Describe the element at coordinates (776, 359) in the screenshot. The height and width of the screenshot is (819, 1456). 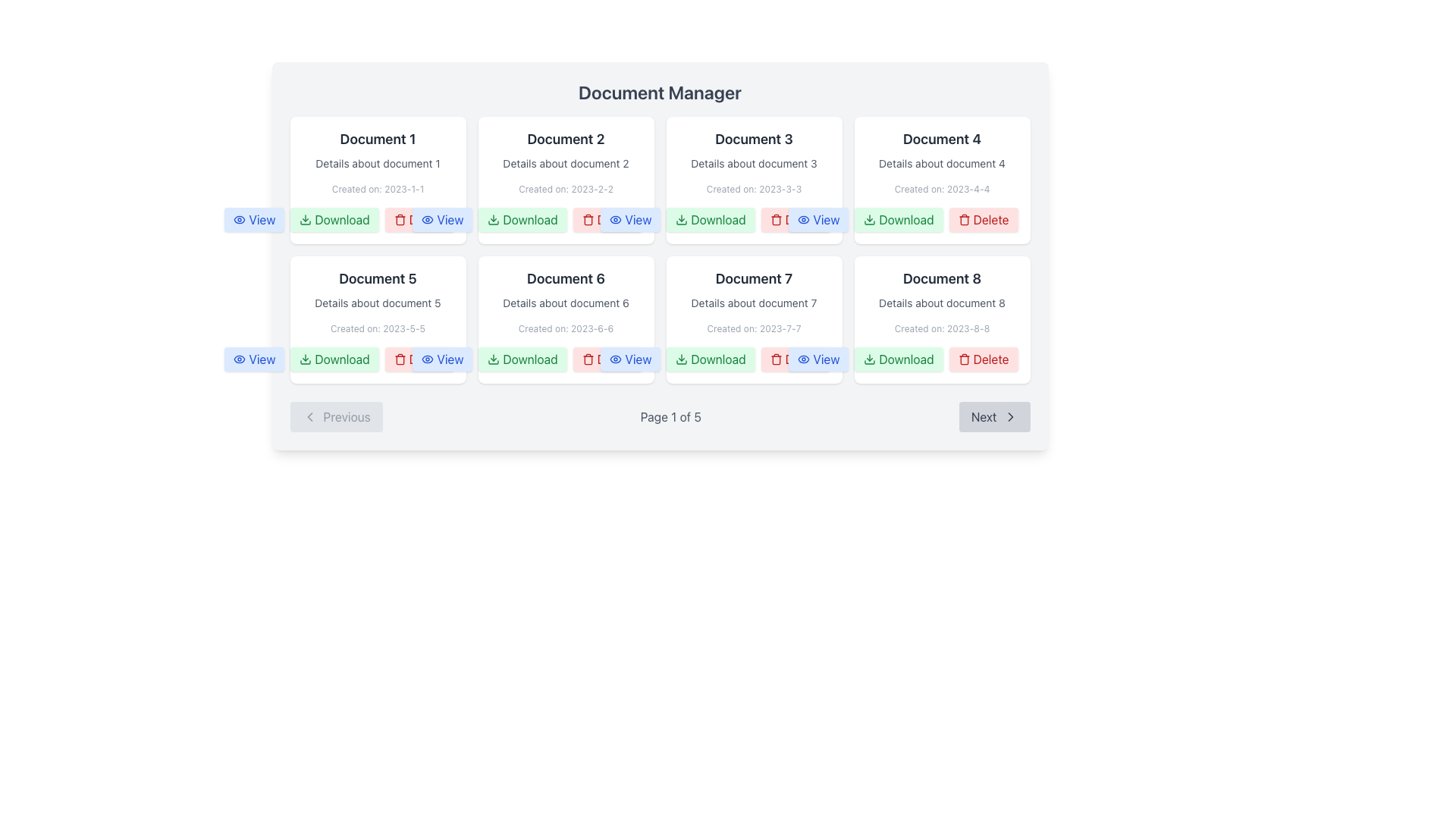
I see `the trash can icon inside the 'Delete' button` at that location.